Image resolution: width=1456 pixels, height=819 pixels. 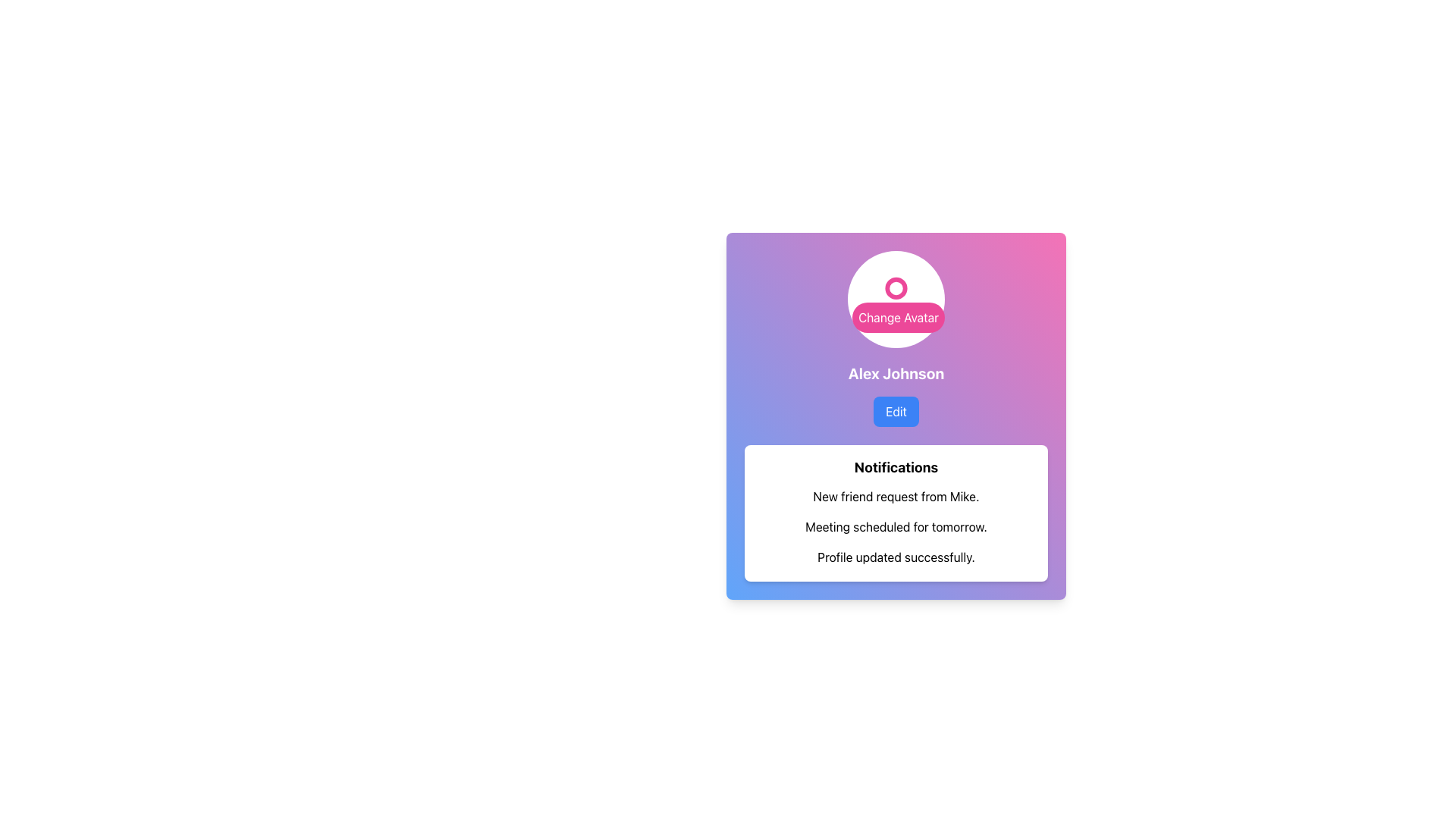 I want to click on the compact, rounded 'Edit' button rendered in blue, located below the user name 'Alex Johnson', so click(x=896, y=416).